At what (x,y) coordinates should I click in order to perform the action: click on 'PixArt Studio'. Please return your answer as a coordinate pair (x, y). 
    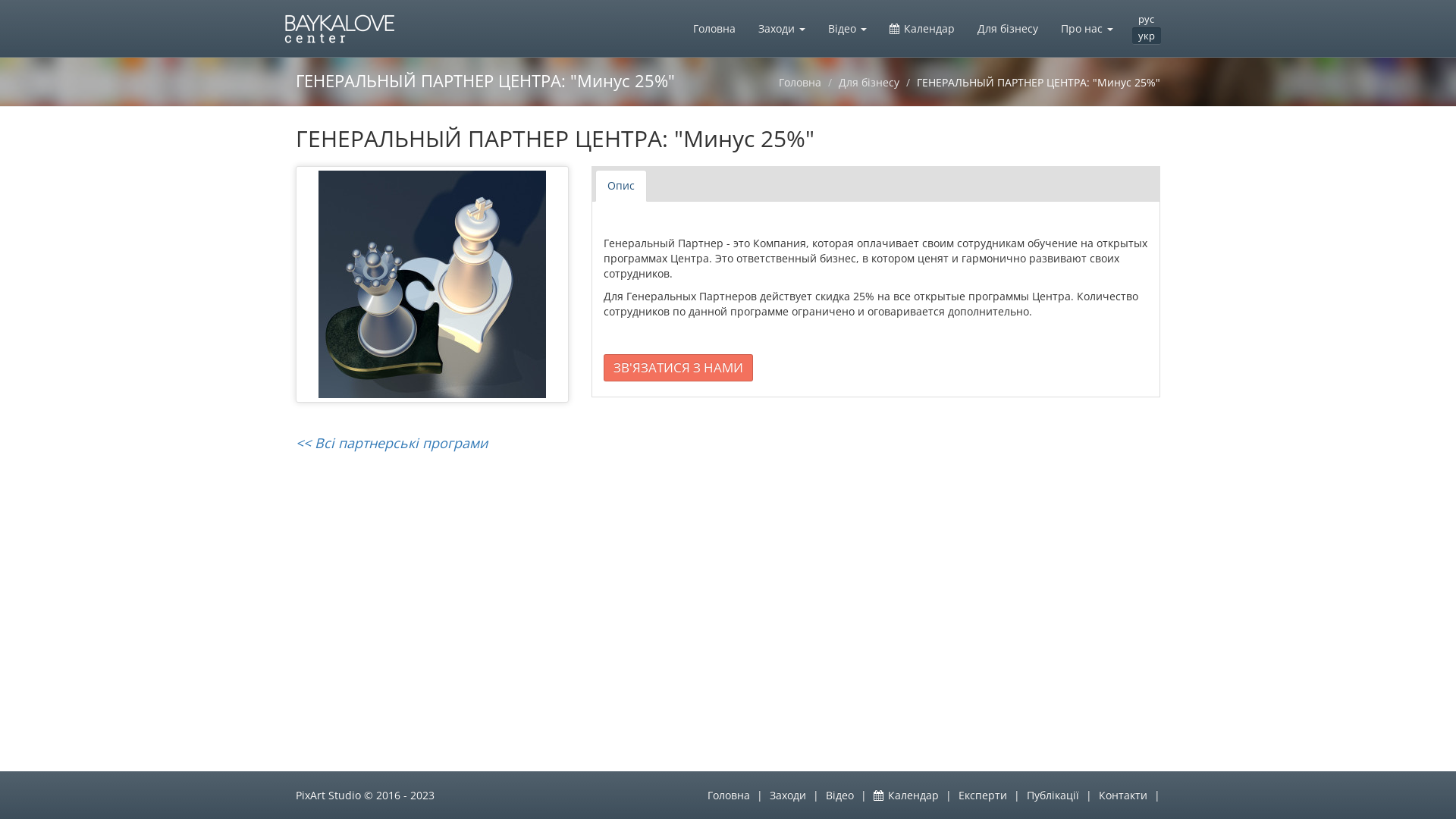
    Looking at the image, I should click on (327, 794).